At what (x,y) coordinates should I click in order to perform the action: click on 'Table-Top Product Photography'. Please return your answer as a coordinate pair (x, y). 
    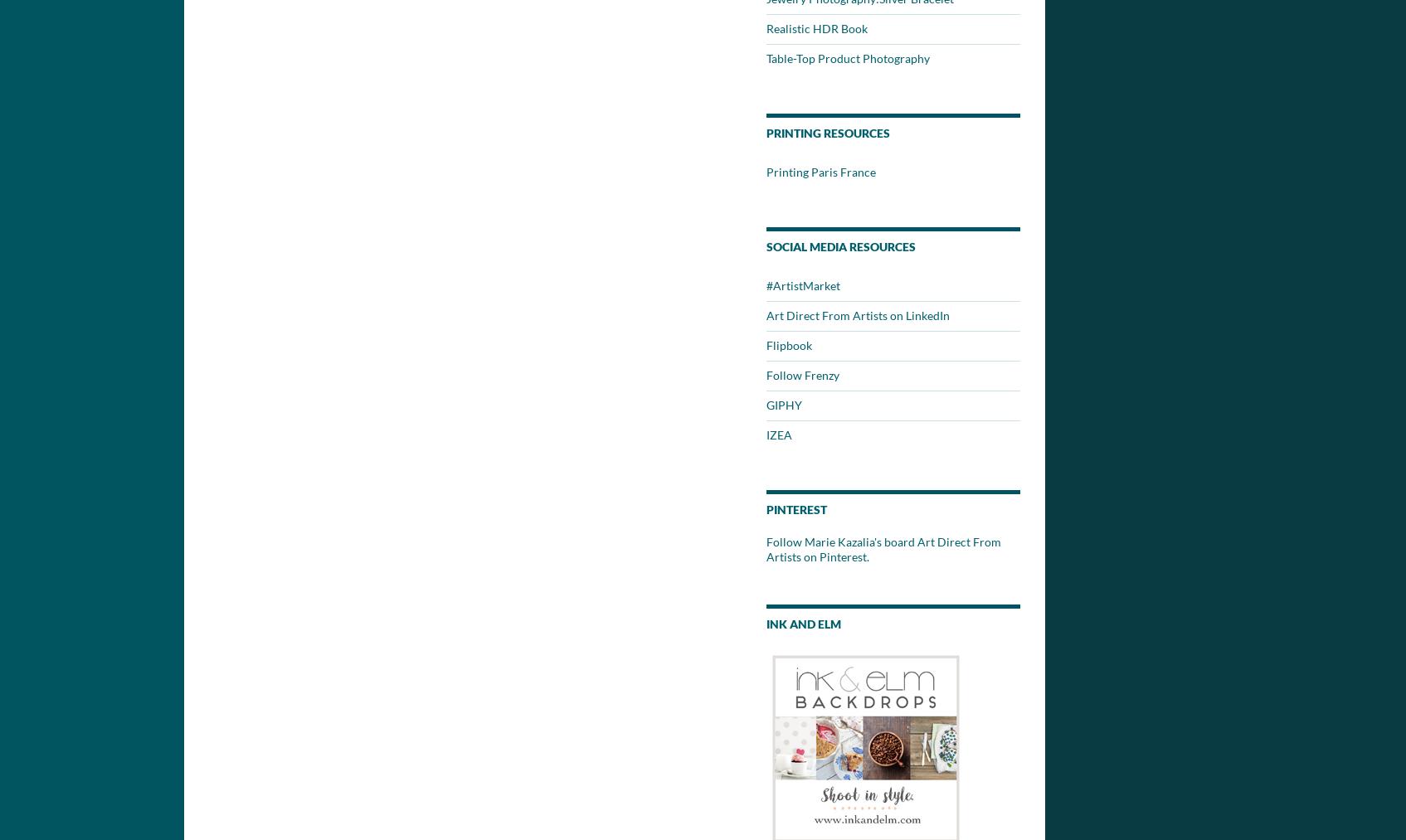
    Looking at the image, I should click on (847, 57).